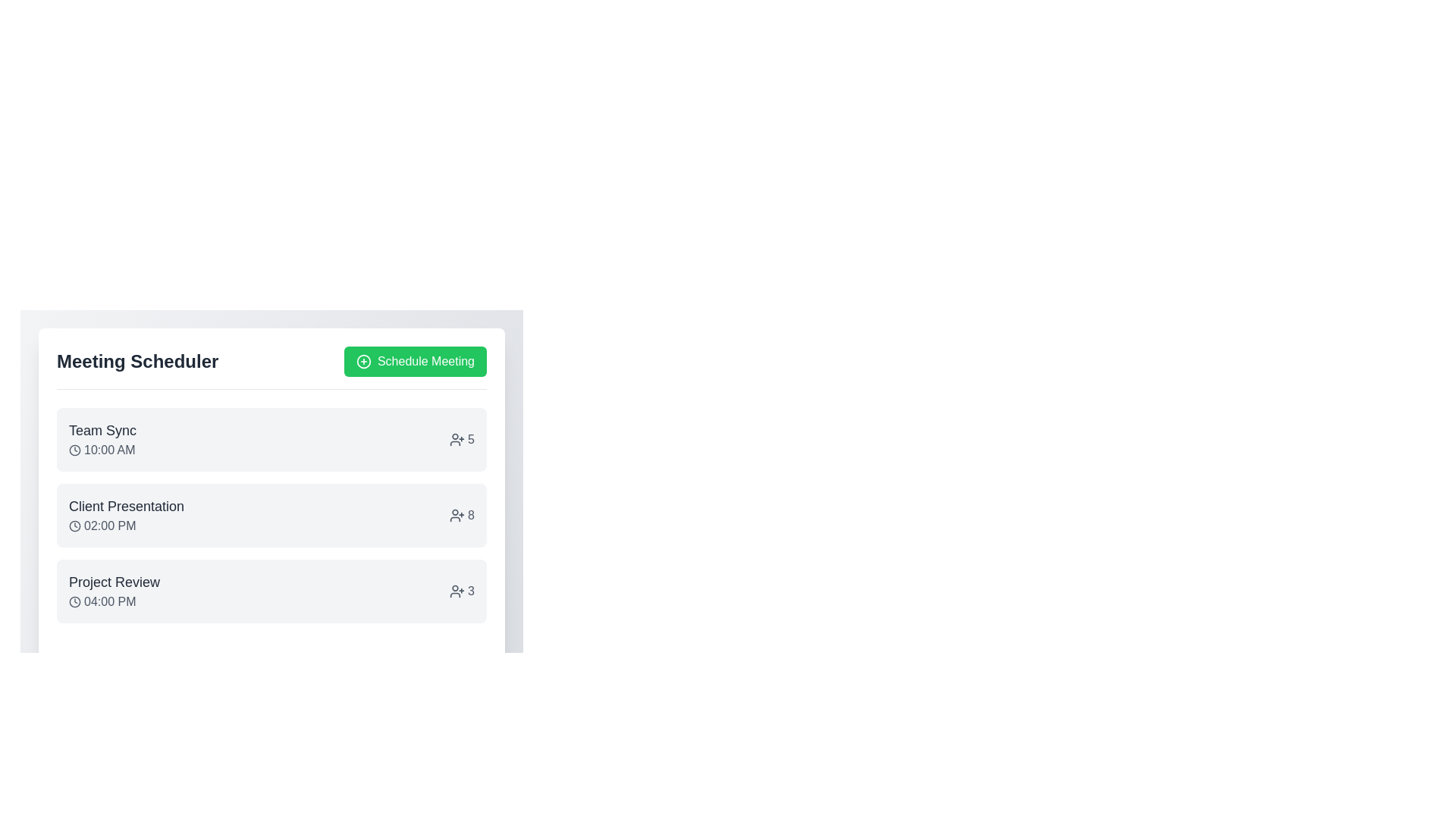  I want to click on the icon representing the start time for 'Team Sync', located to the immediate left of the text '10:00 AM', so click(74, 450).